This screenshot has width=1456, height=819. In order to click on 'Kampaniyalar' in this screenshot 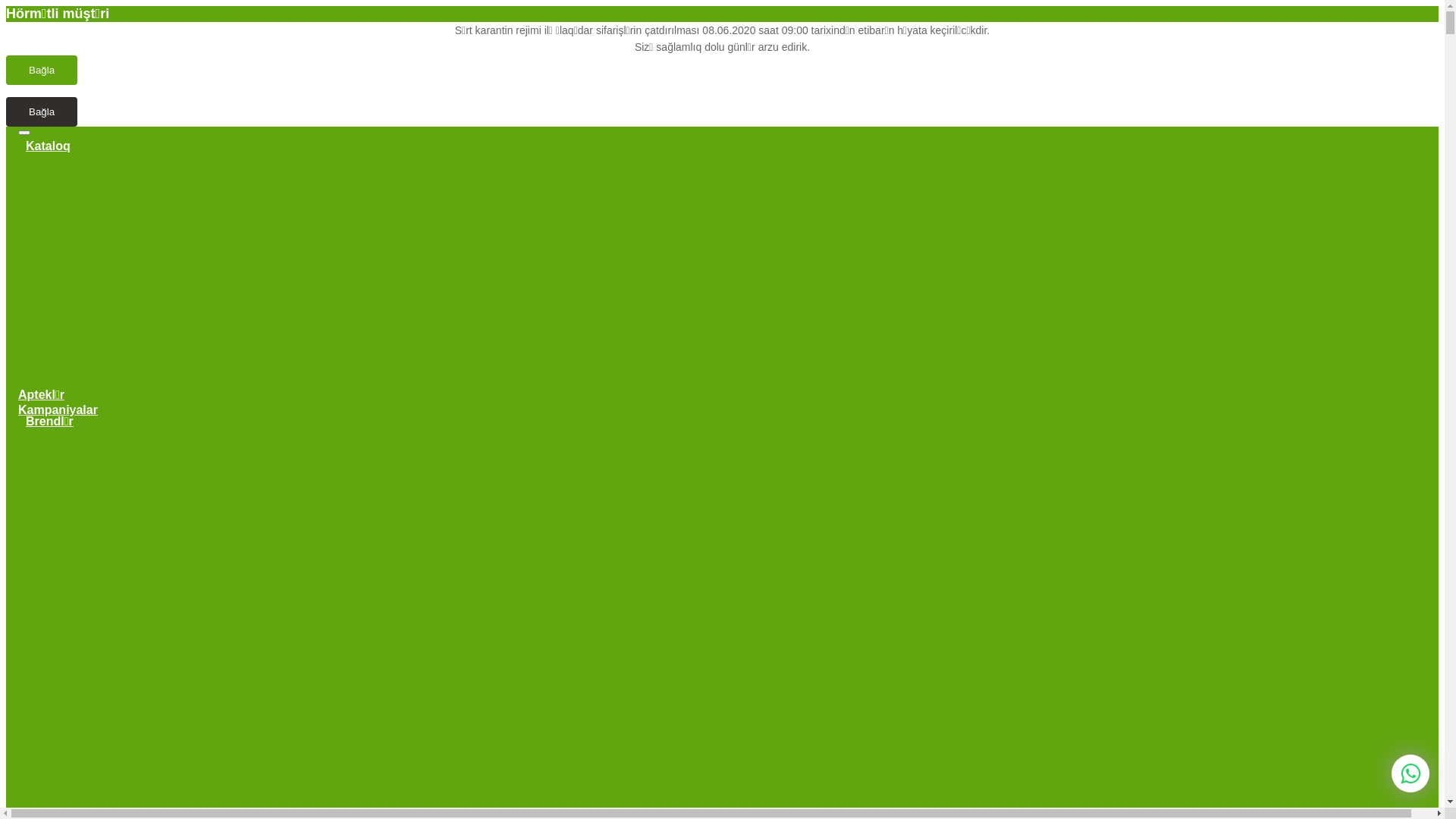, I will do `click(18, 409)`.